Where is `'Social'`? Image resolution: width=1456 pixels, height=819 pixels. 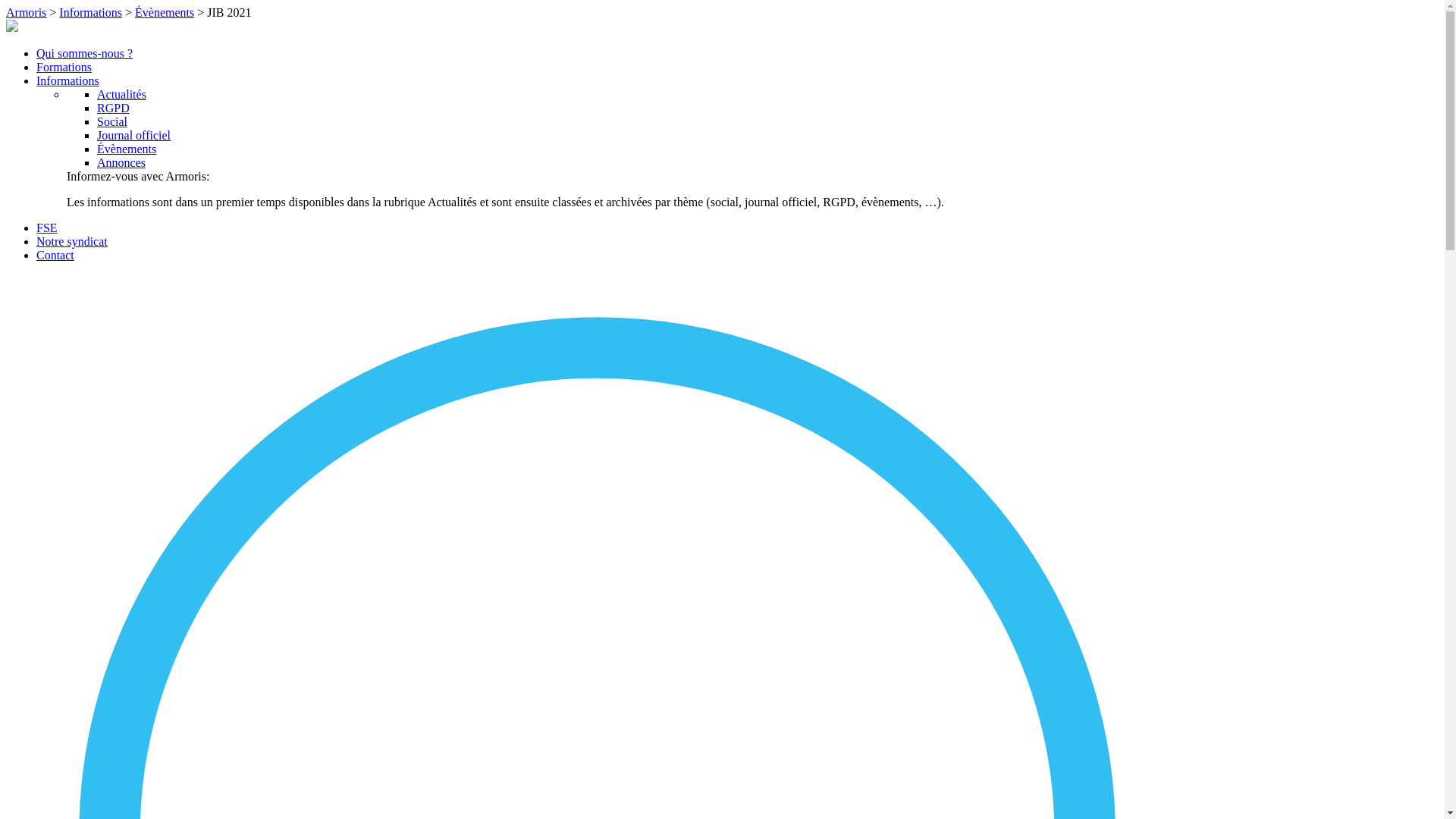
'Social' is located at coordinates (111, 121).